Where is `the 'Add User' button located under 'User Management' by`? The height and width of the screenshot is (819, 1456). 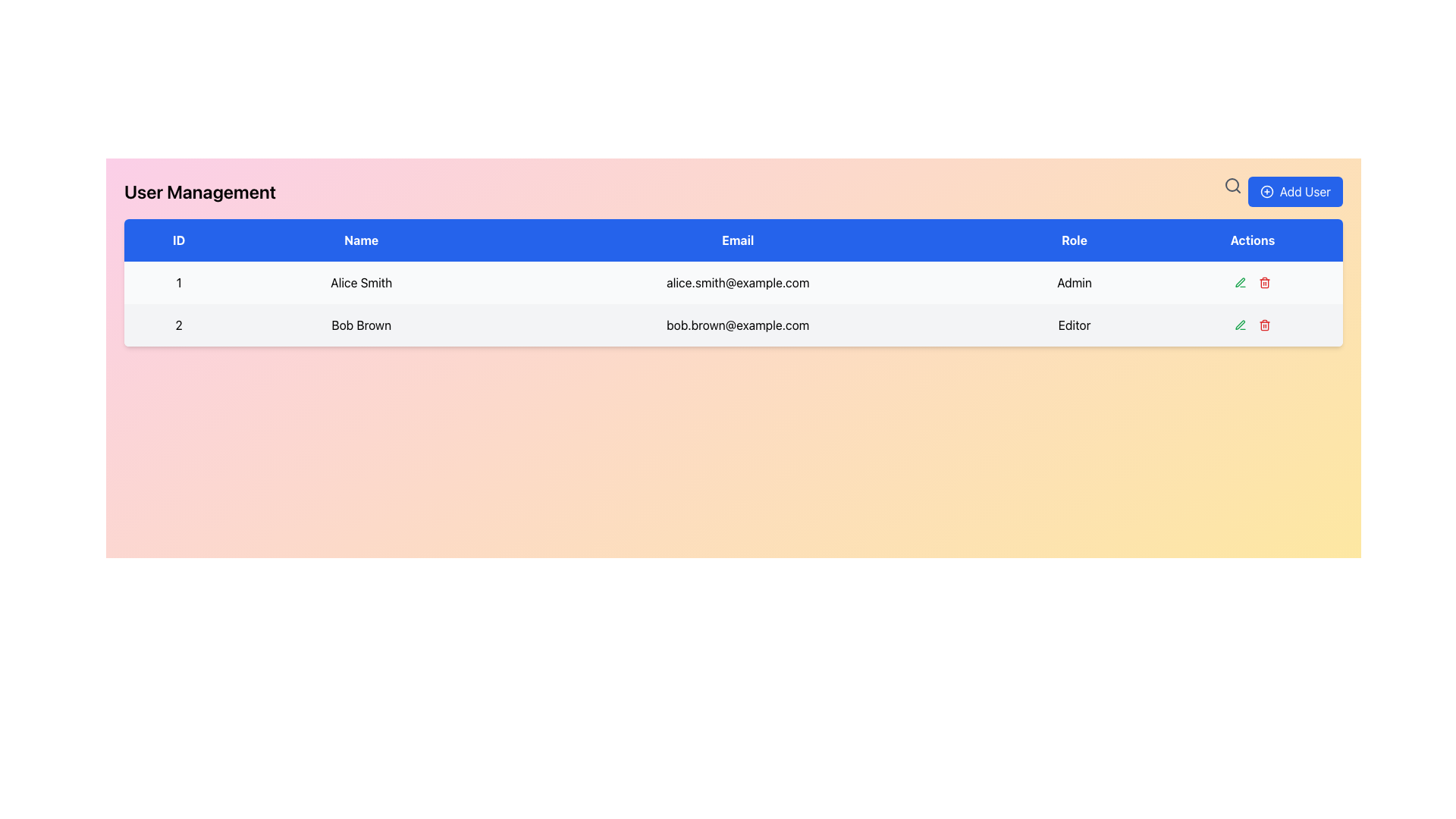
the 'Add User' button located under 'User Management' by is located at coordinates (1282, 191).